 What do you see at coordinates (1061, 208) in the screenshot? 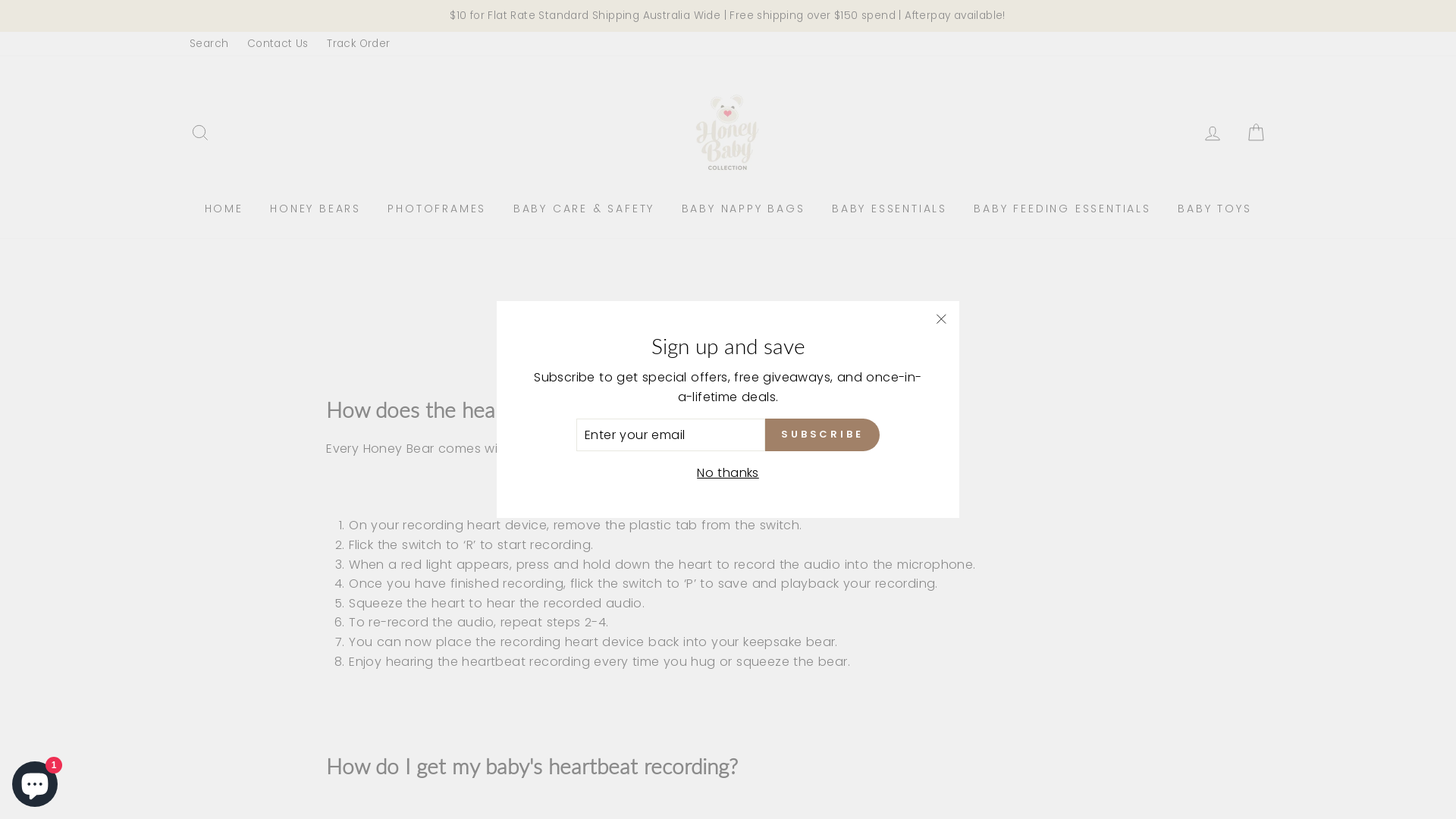
I see `'BABY FEEDING ESSENTIALS'` at bounding box center [1061, 208].